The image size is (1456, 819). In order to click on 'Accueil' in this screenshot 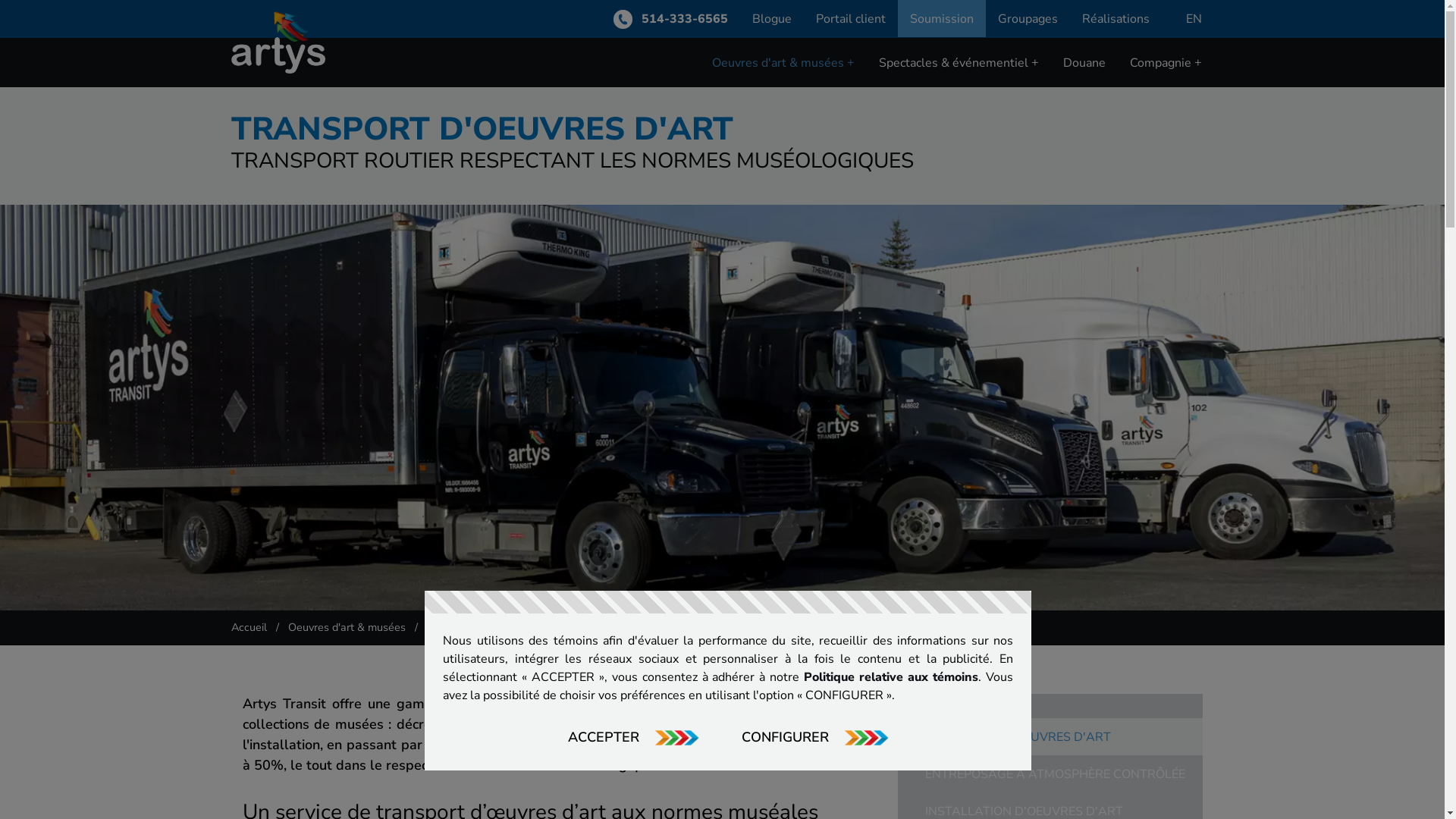, I will do `click(248, 626)`.